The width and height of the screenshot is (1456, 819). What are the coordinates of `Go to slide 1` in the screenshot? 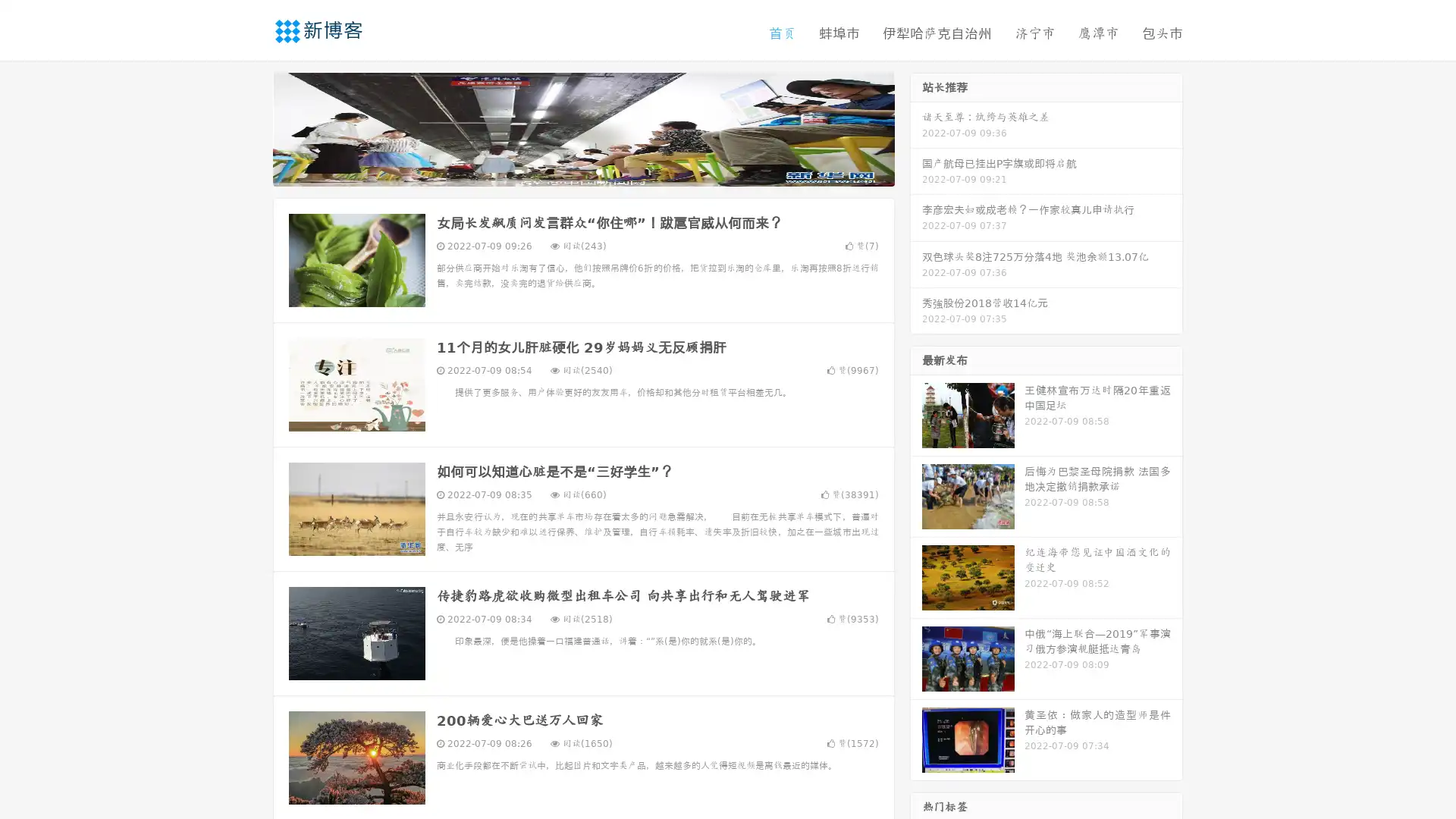 It's located at (567, 171).